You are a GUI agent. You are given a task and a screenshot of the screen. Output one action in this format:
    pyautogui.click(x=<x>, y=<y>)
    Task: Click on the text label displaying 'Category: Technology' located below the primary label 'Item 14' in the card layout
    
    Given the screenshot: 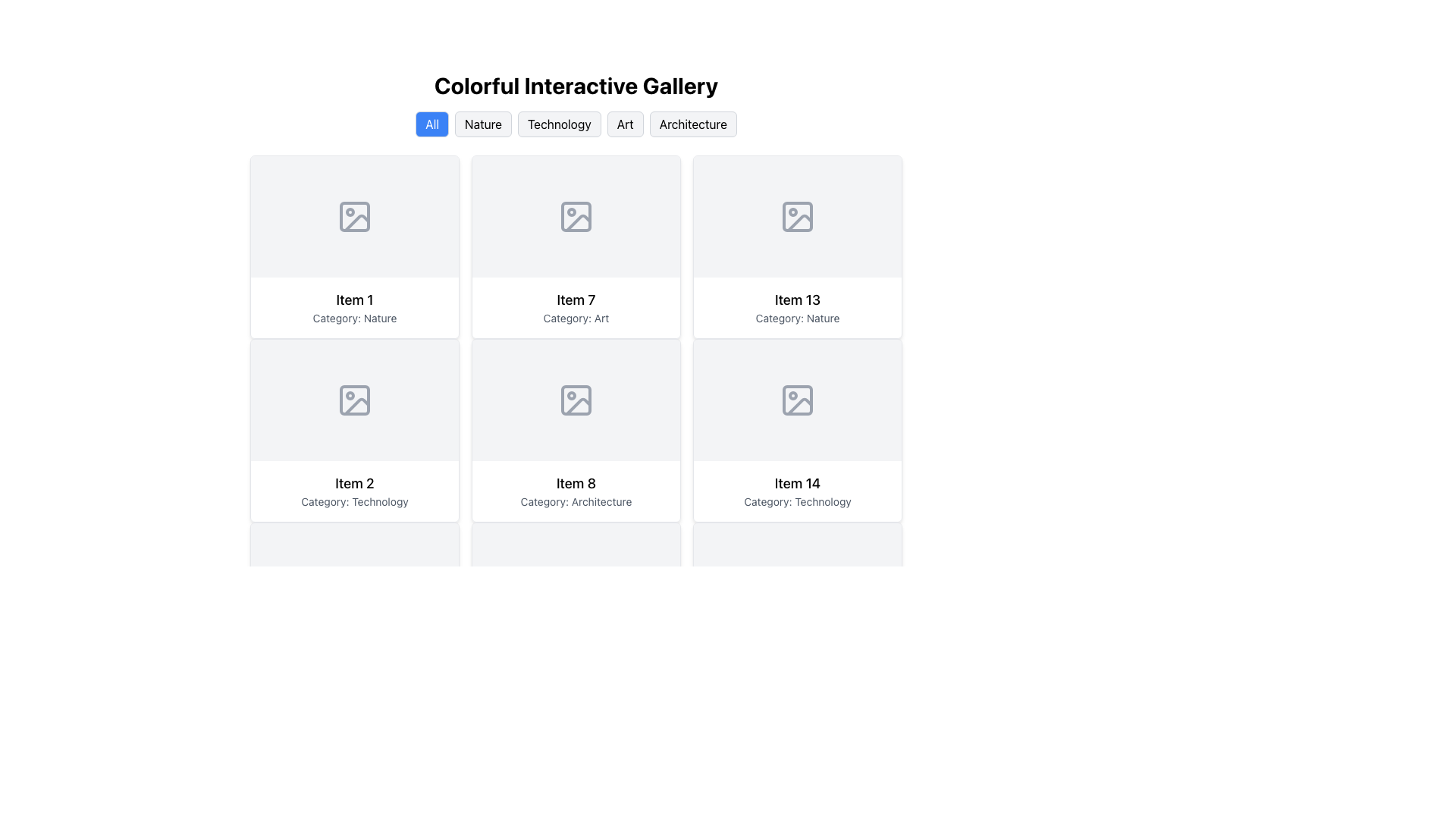 What is the action you would take?
    pyautogui.click(x=796, y=502)
    